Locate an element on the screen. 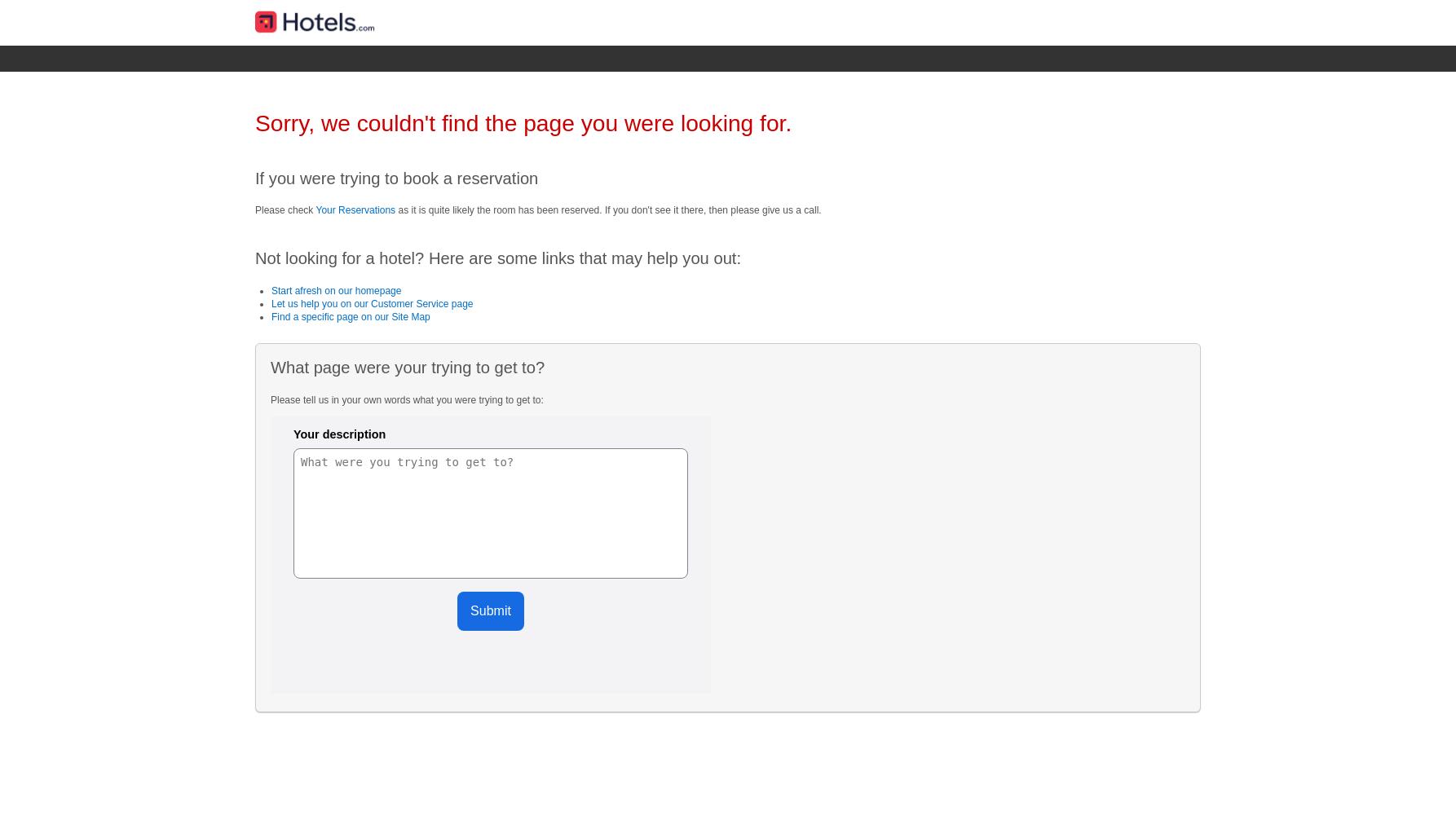 This screenshot has height=815, width=1456. 'Please check' is located at coordinates (285, 209).